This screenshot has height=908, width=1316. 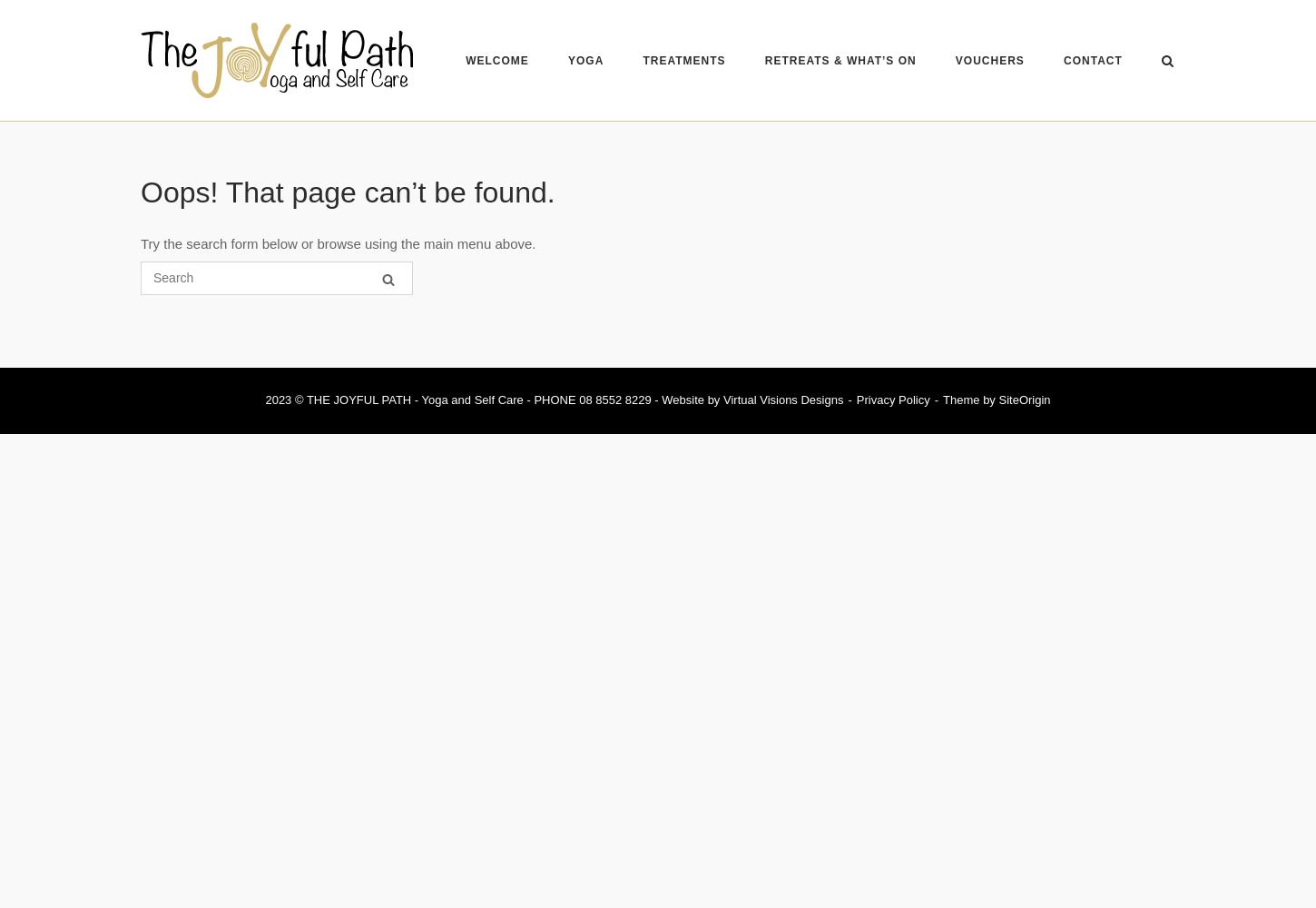 What do you see at coordinates (662, 123) in the screenshot?
I see `'THERAPISTS'` at bounding box center [662, 123].